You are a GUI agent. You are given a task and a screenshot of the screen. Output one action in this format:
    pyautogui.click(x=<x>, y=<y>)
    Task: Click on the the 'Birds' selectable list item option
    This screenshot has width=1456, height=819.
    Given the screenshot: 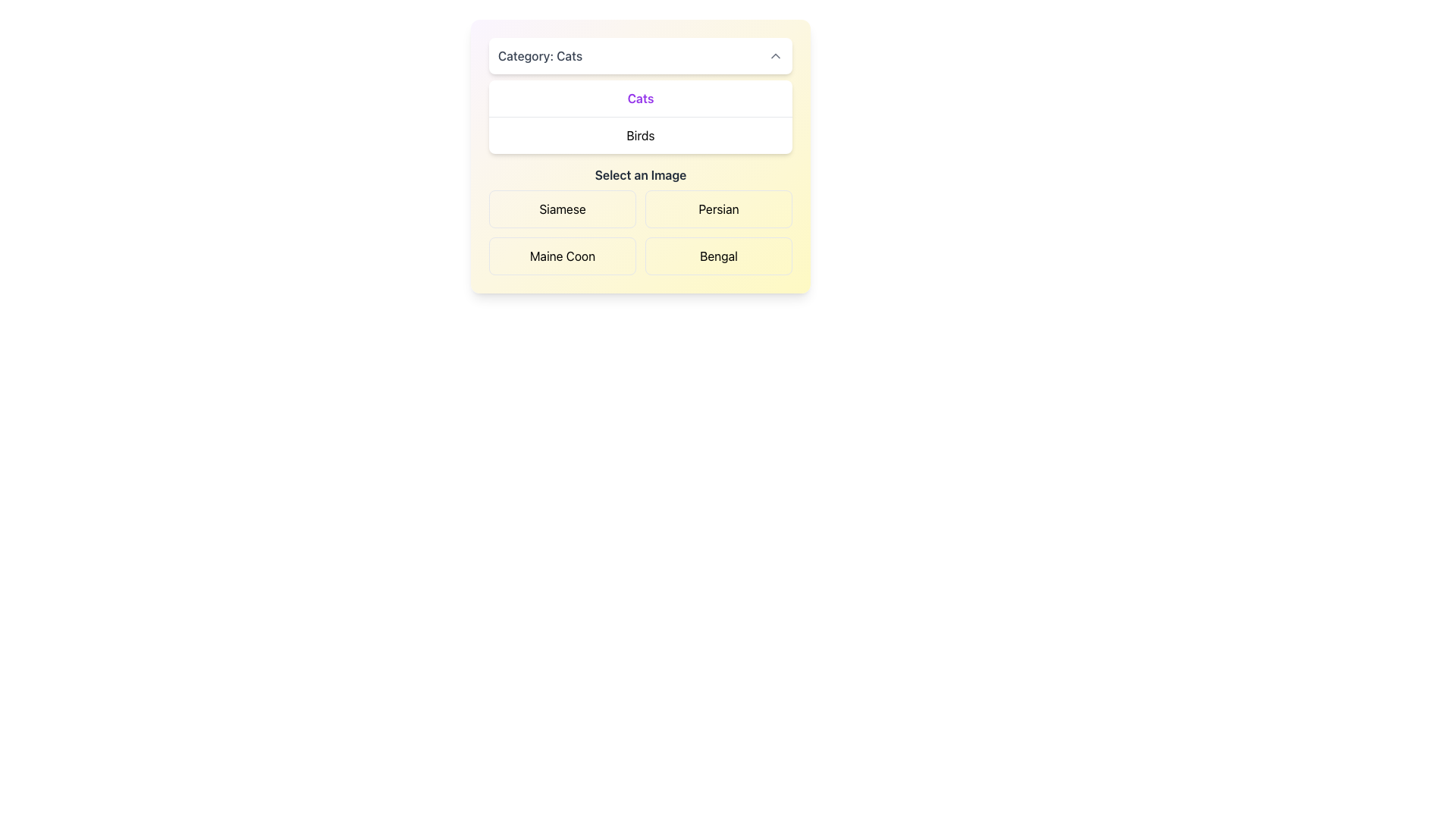 What is the action you would take?
    pyautogui.click(x=640, y=133)
    